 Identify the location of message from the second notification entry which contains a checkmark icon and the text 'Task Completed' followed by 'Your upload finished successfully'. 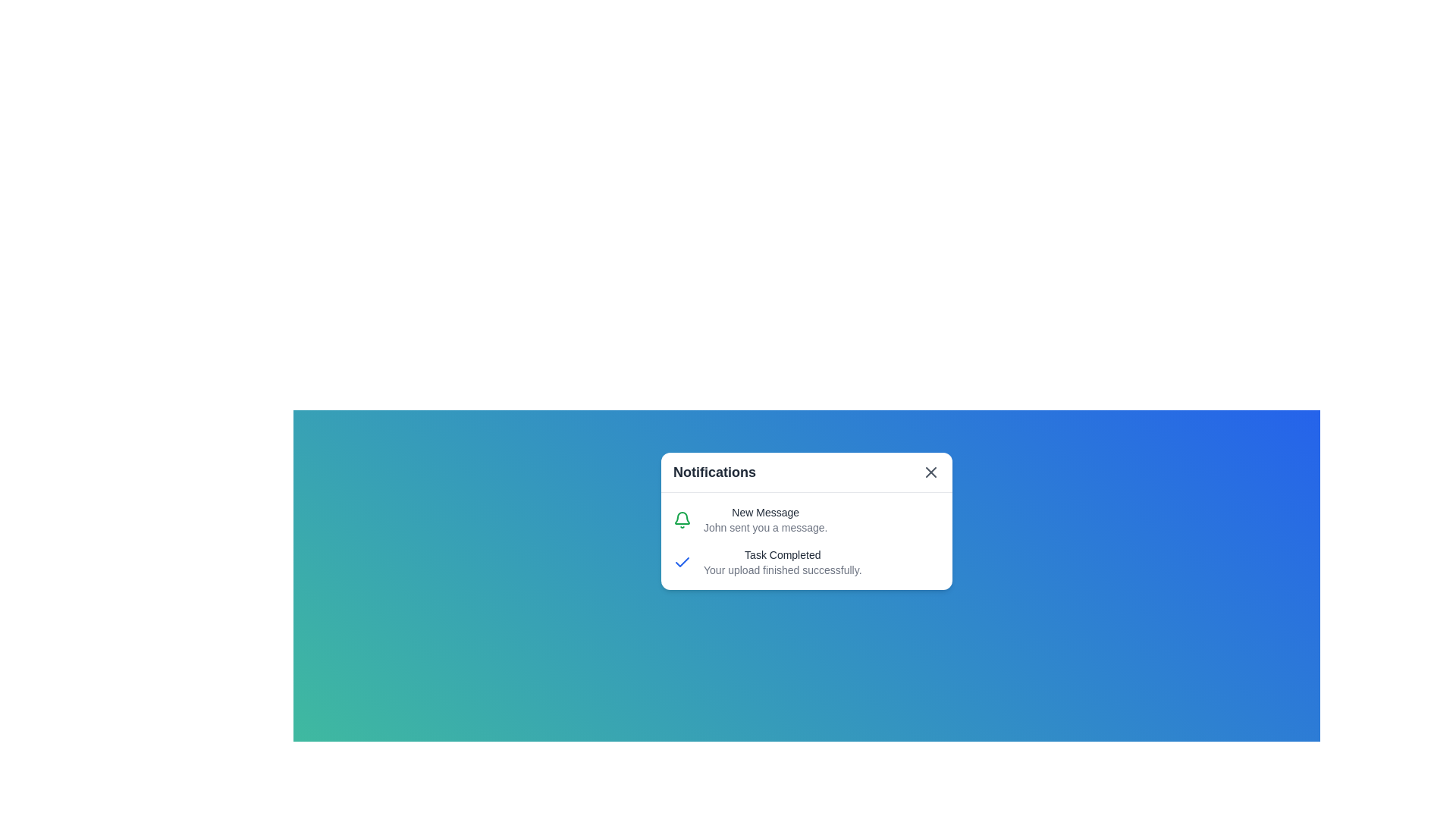
(806, 562).